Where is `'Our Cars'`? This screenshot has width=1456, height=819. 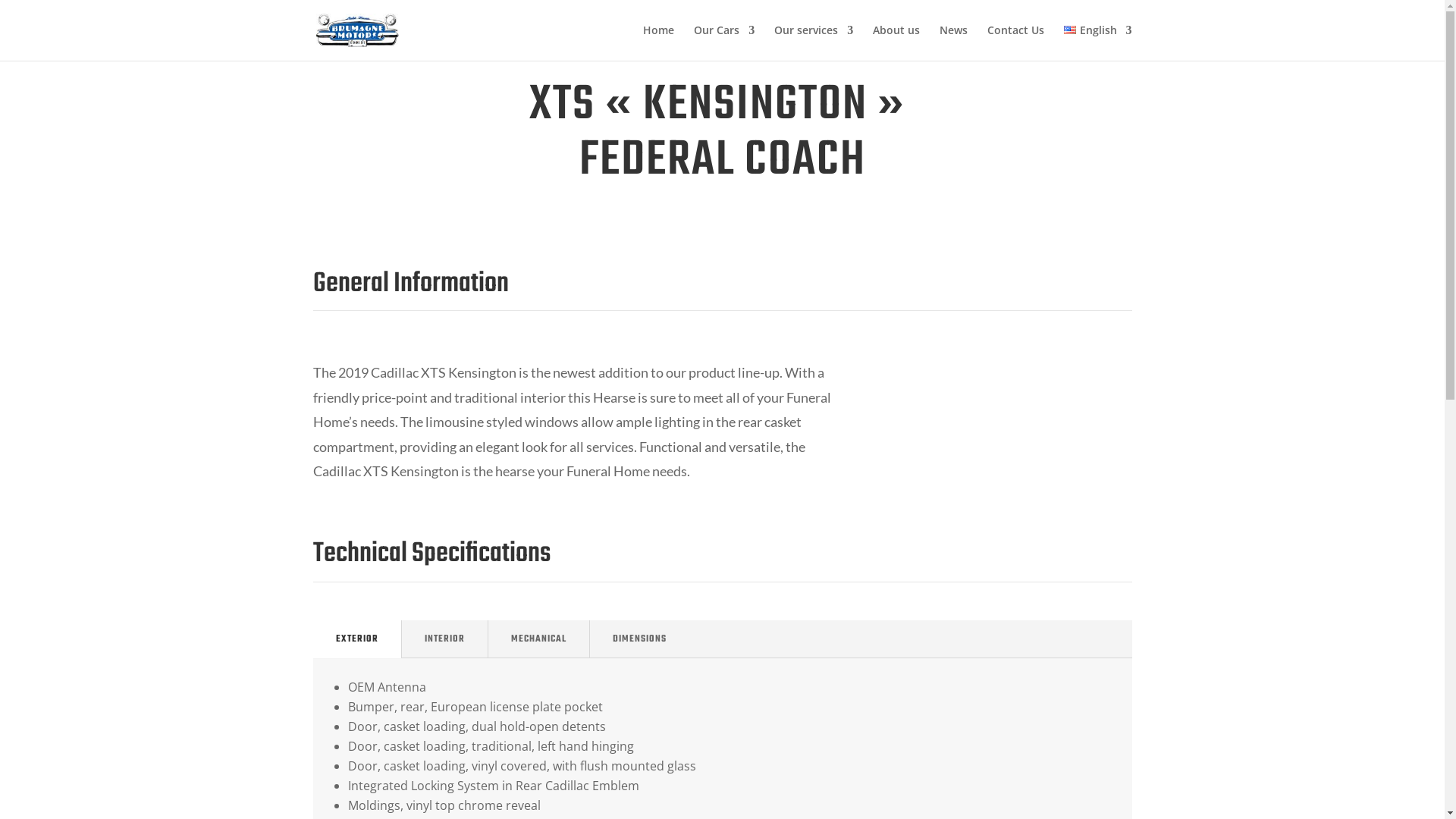 'Our Cars' is located at coordinates (723, 42).